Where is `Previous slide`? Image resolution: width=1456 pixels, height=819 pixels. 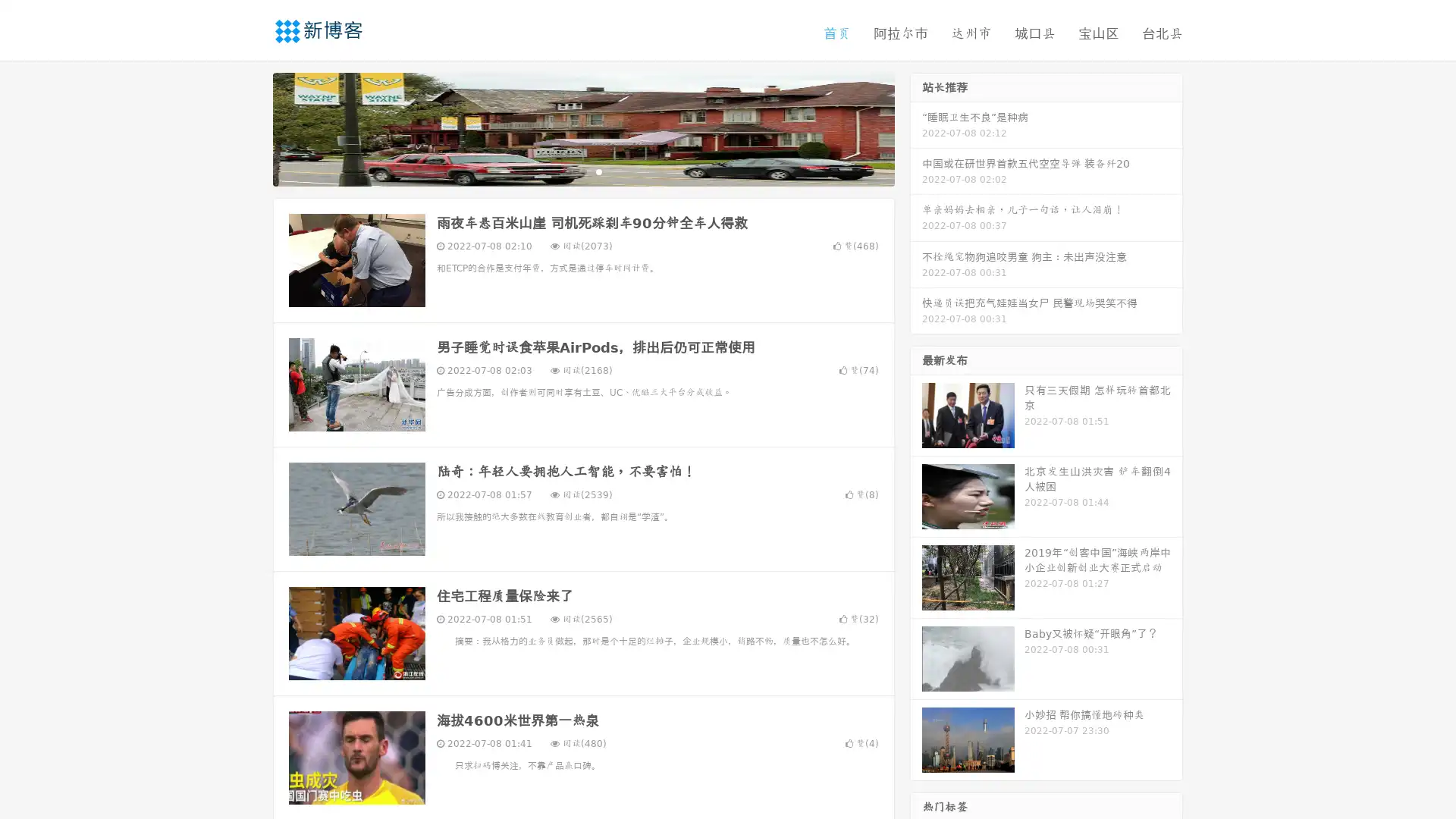 Previous slide is located at coordinates (250, 127).